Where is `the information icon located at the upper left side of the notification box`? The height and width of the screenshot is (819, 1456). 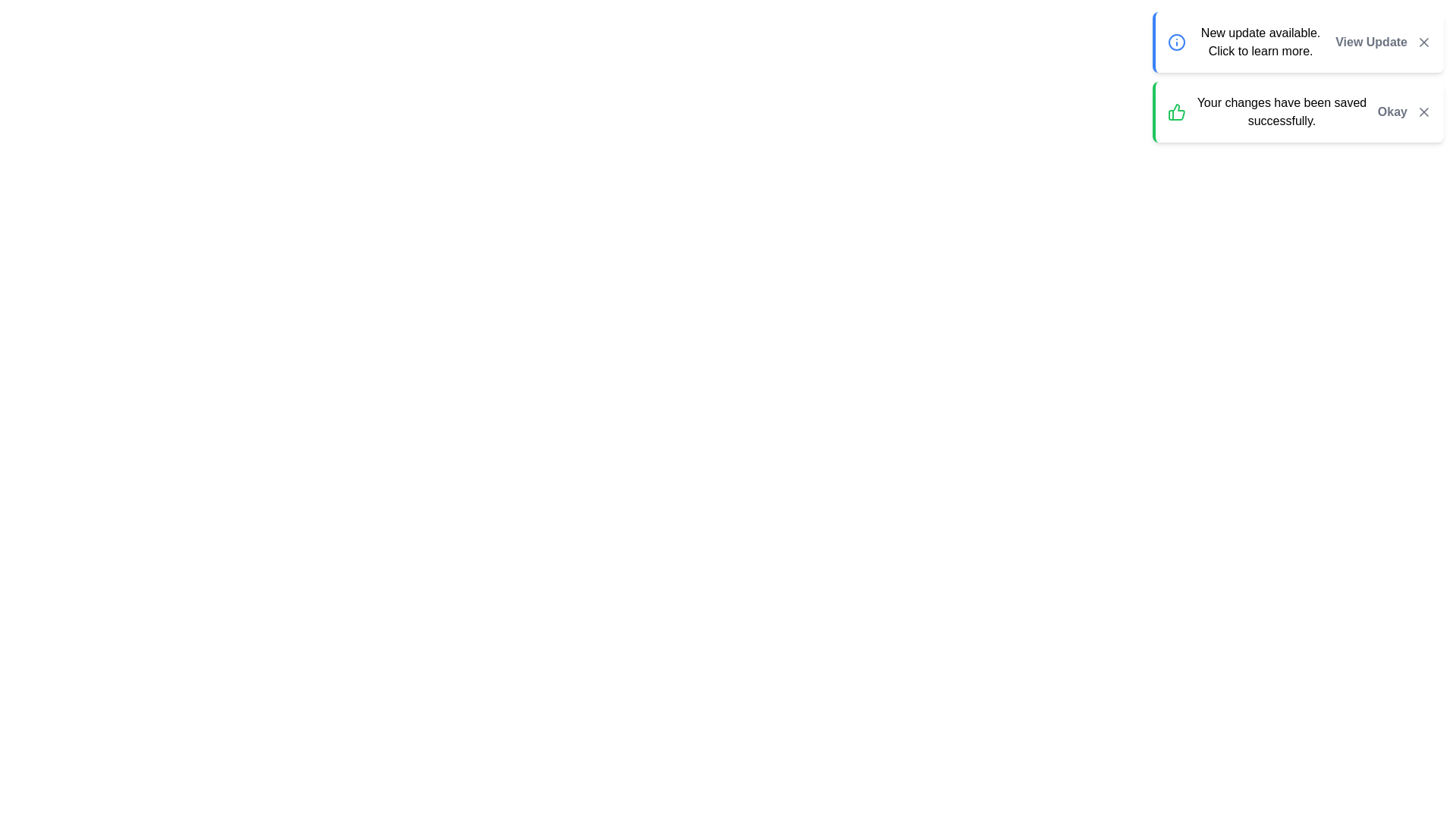 the information icon located at the upper left side of the notification box is located at coordinates (1175, 42).